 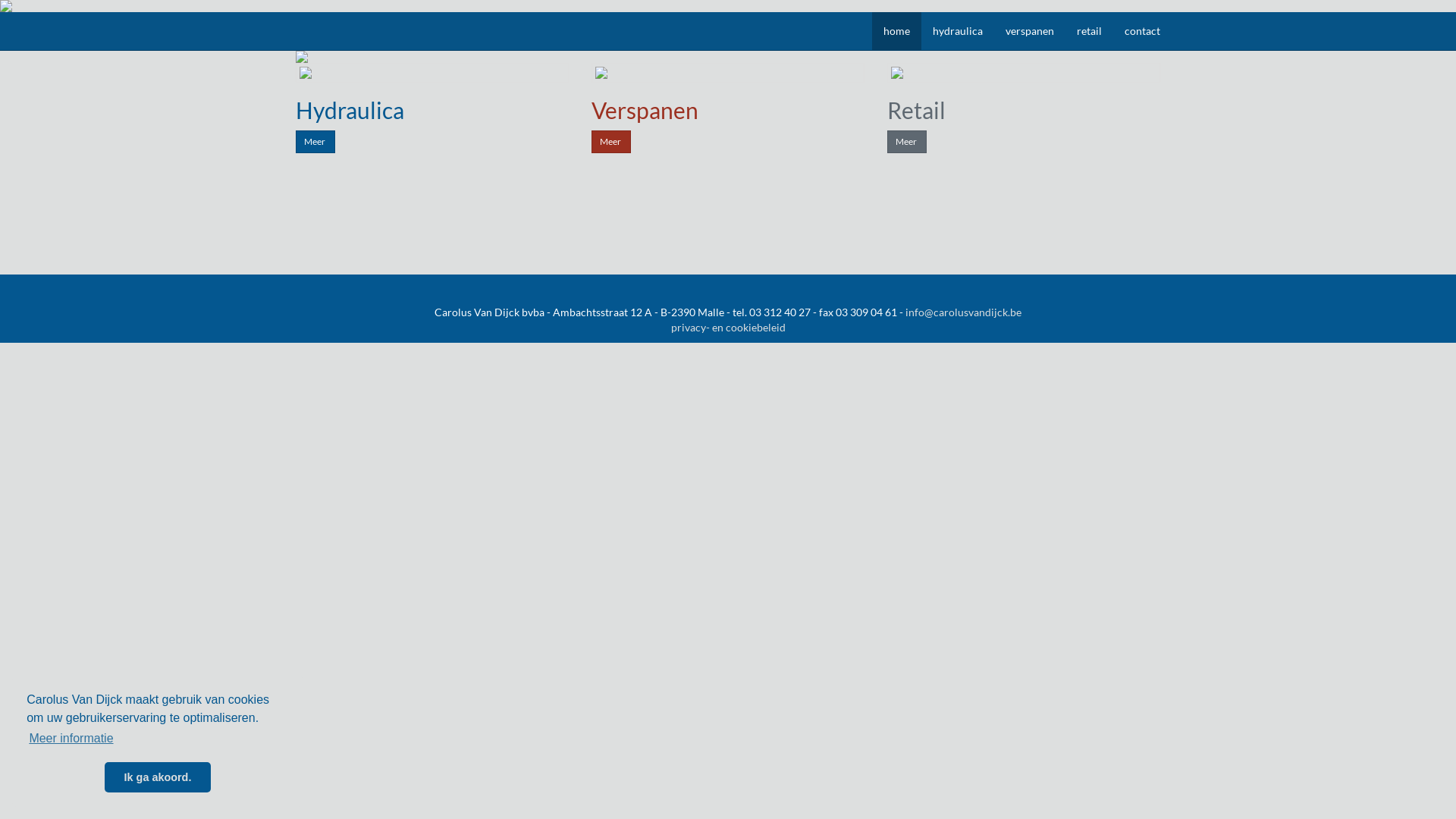 I want to click on 'privacy- en cookiebeleid', so click(x=669, y=326).